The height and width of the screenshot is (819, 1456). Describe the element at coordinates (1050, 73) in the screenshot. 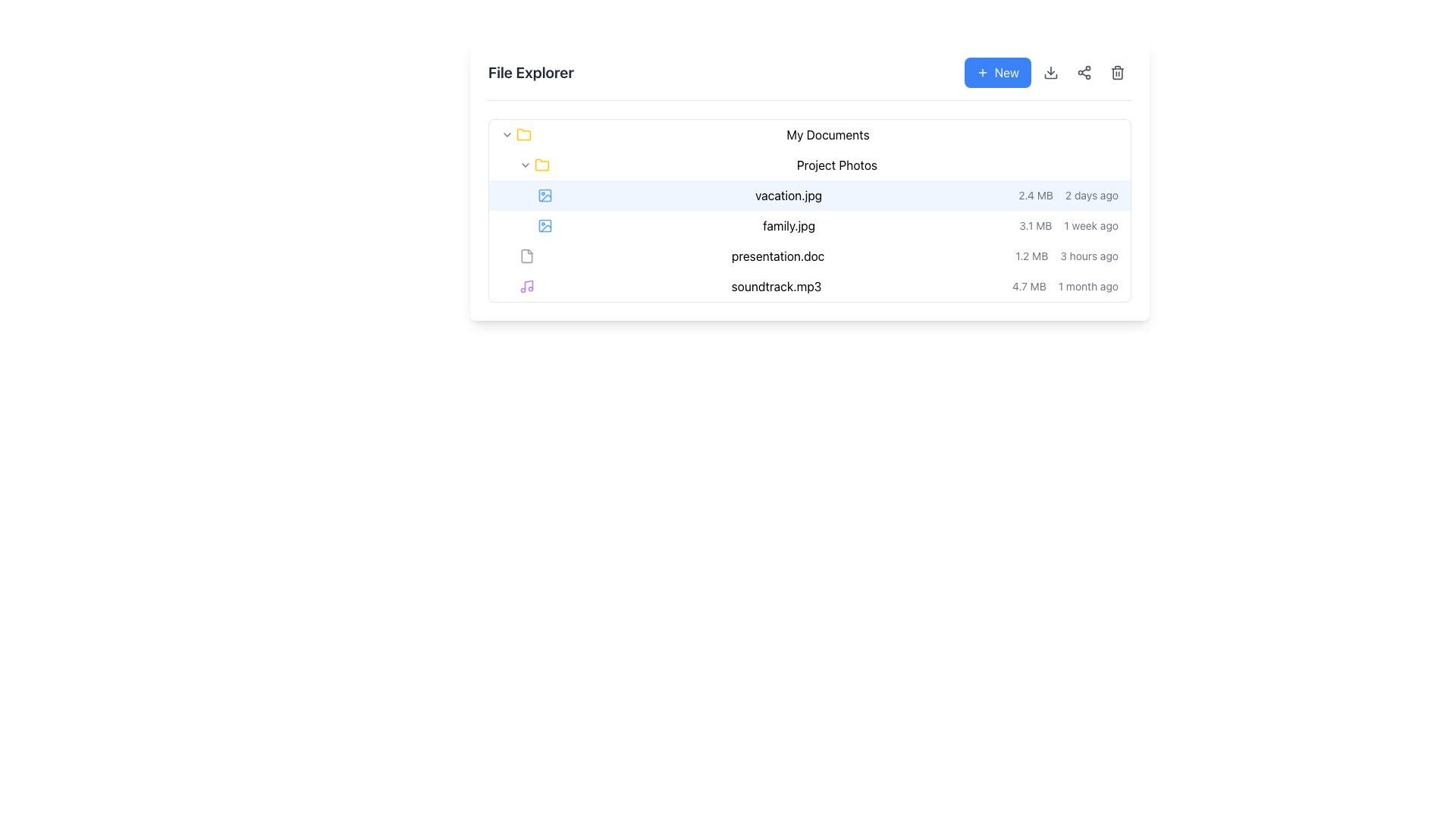

I see `the interactive gray download button with a downward arrow icon located in the top-right section of the interface to initiate a download` at that location.